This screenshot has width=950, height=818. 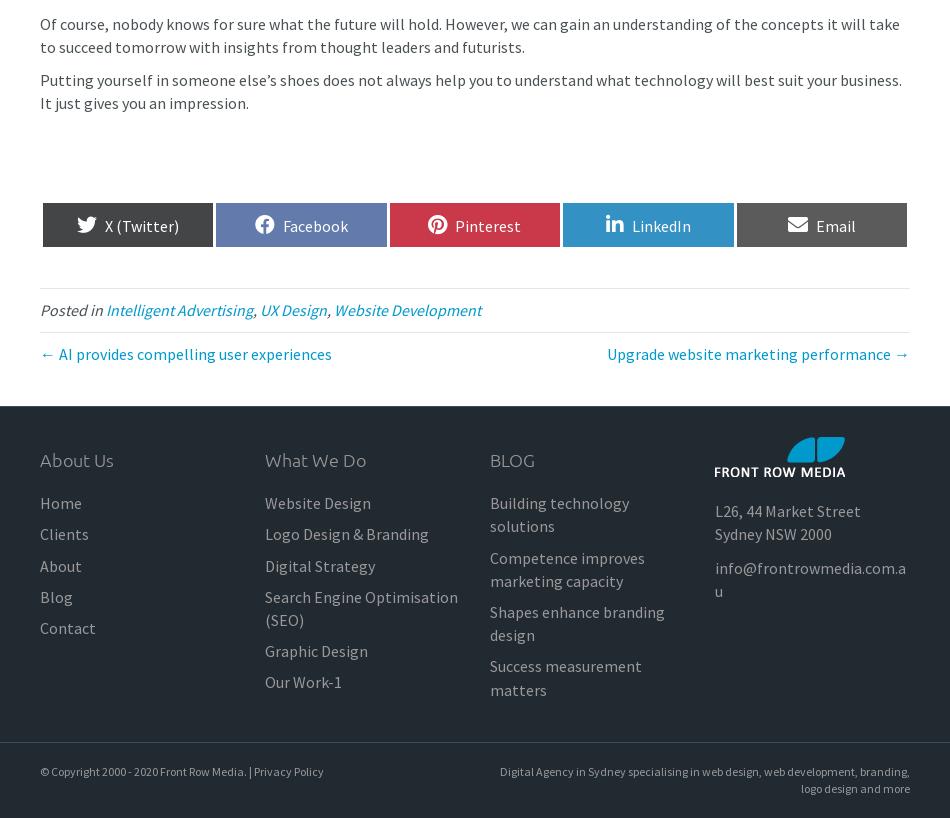 I want to click on 'Posted in', so click(x=72, y=308).